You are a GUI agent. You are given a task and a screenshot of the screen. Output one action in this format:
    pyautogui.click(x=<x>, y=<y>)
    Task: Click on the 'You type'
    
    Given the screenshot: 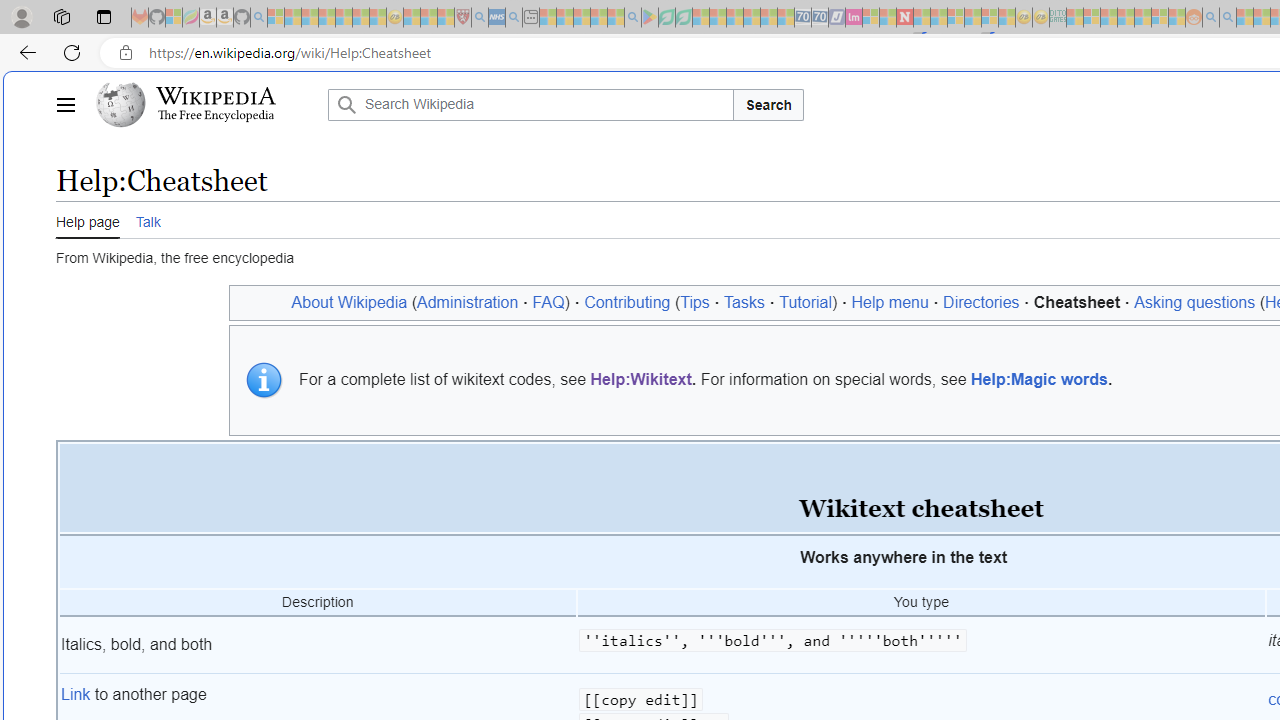 What is the action you would take?
    pyautogui.click(x=920, y=602)
    